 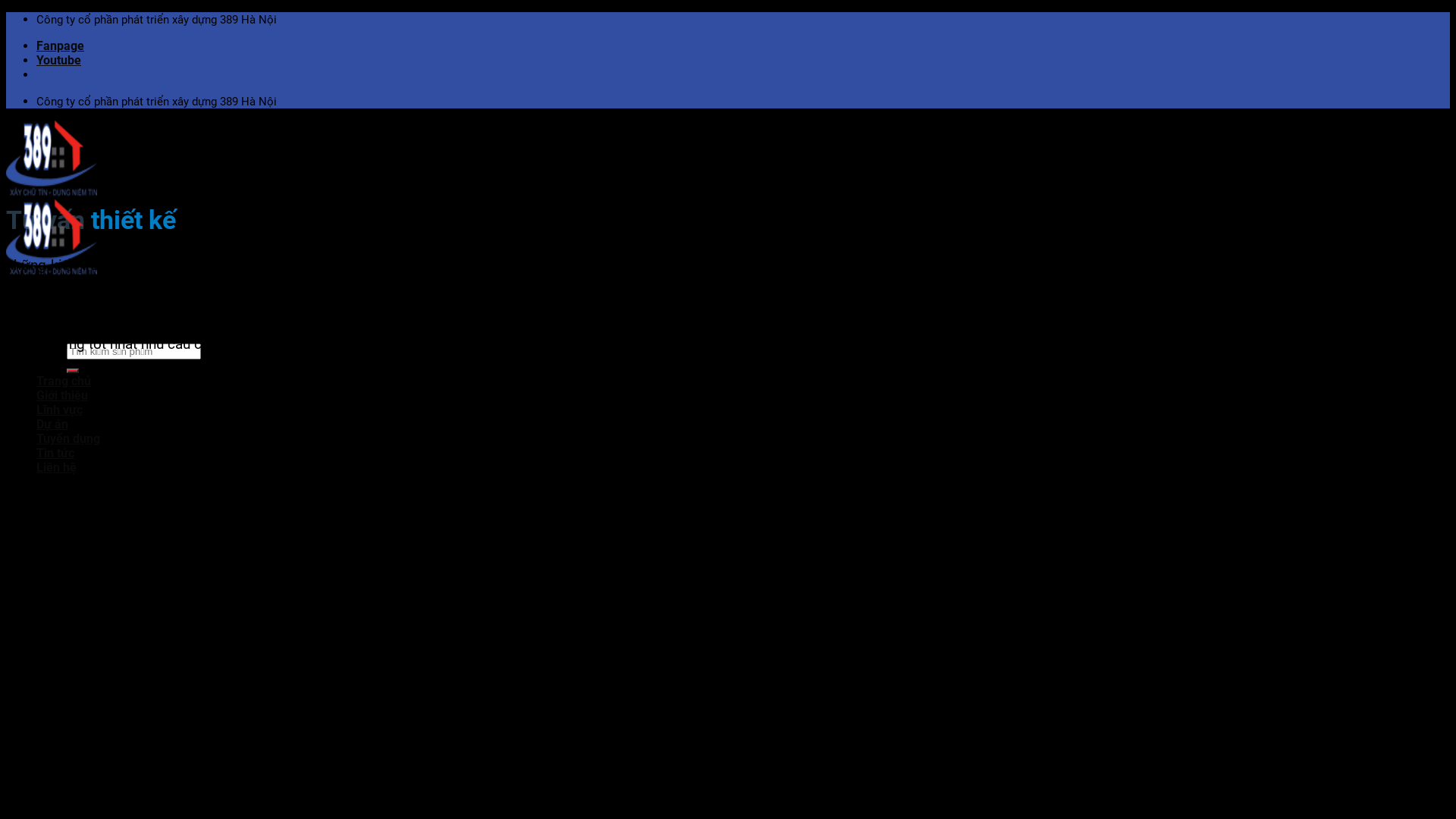 I want to click on 'Skip to content', so click(x=5, y=11).